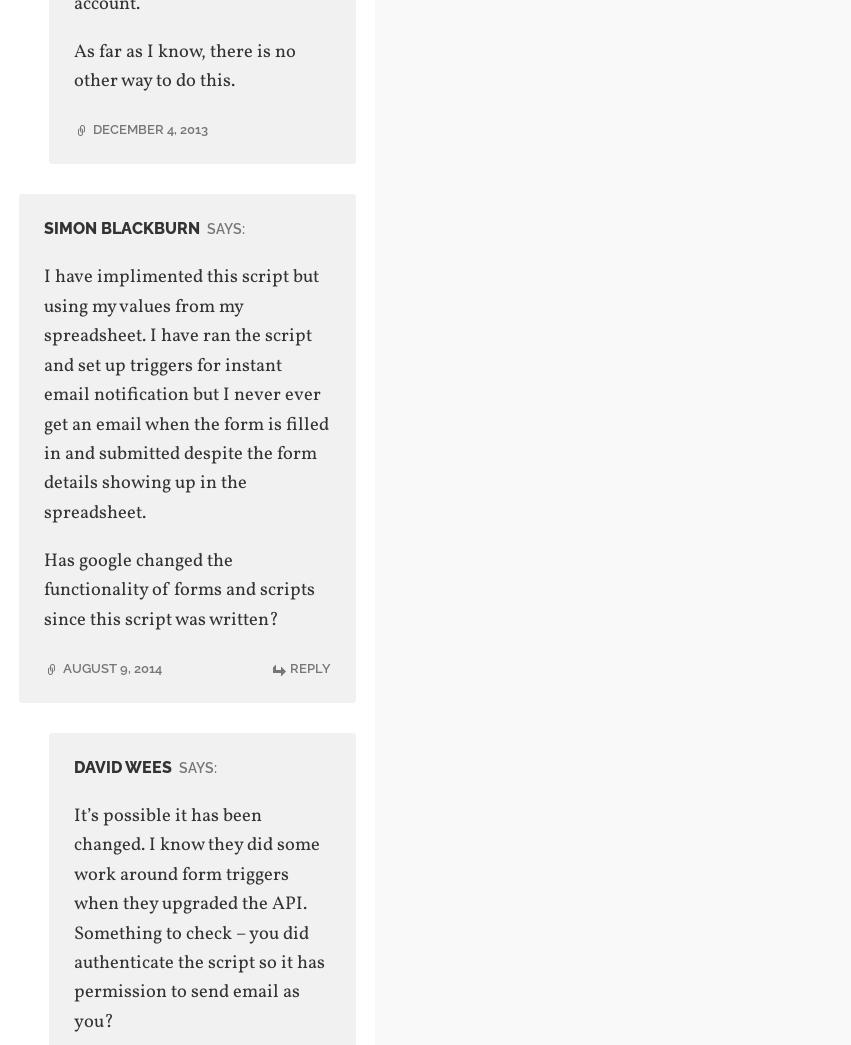 The image size is (851, 1045). I want to click on 'August 9, 2014', so click(110, 667).